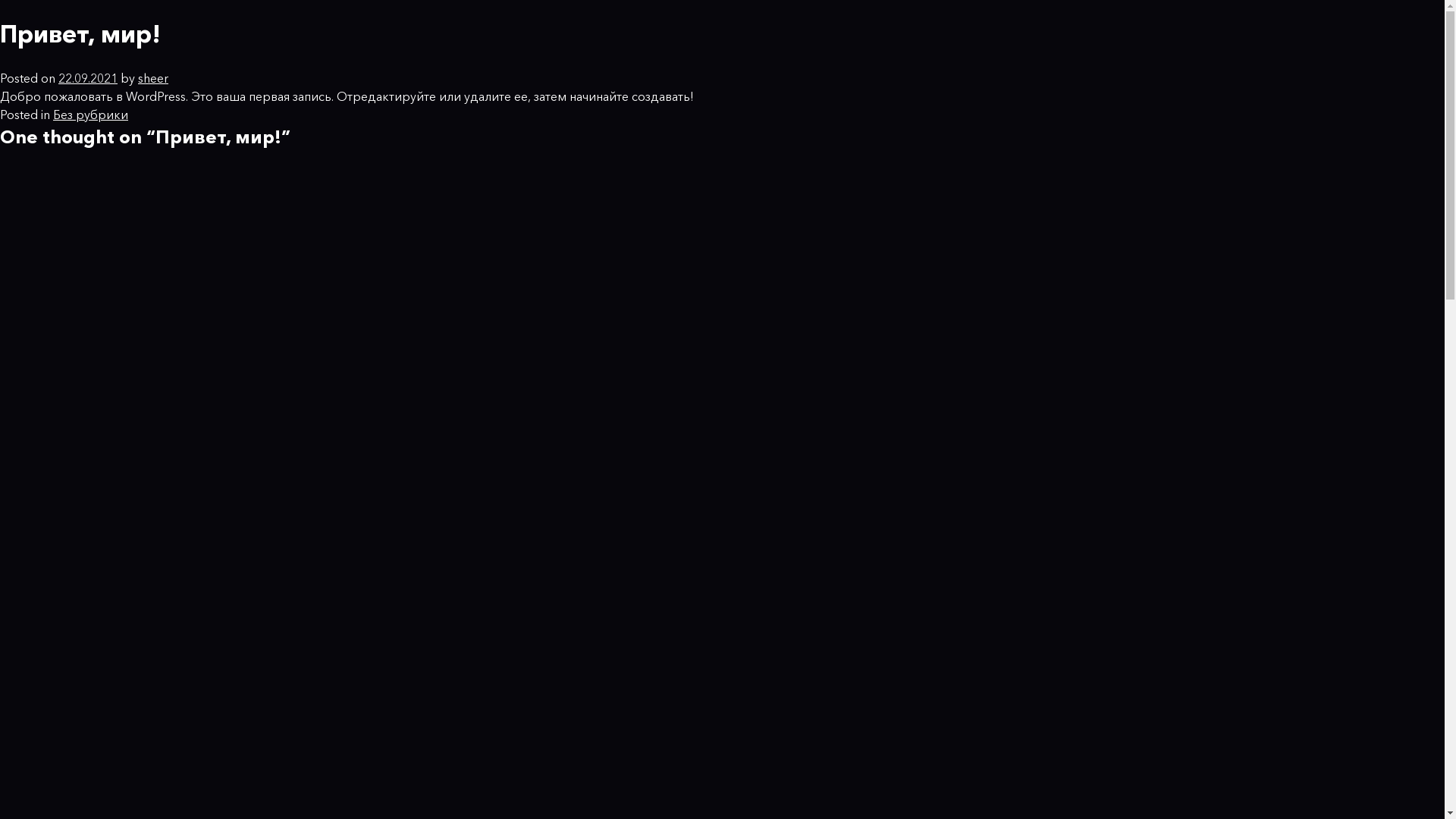  What do you see at coordinates (58, 78) in the screenshot?
I see `'22.09.2021'` at bounding box center [58, 78].